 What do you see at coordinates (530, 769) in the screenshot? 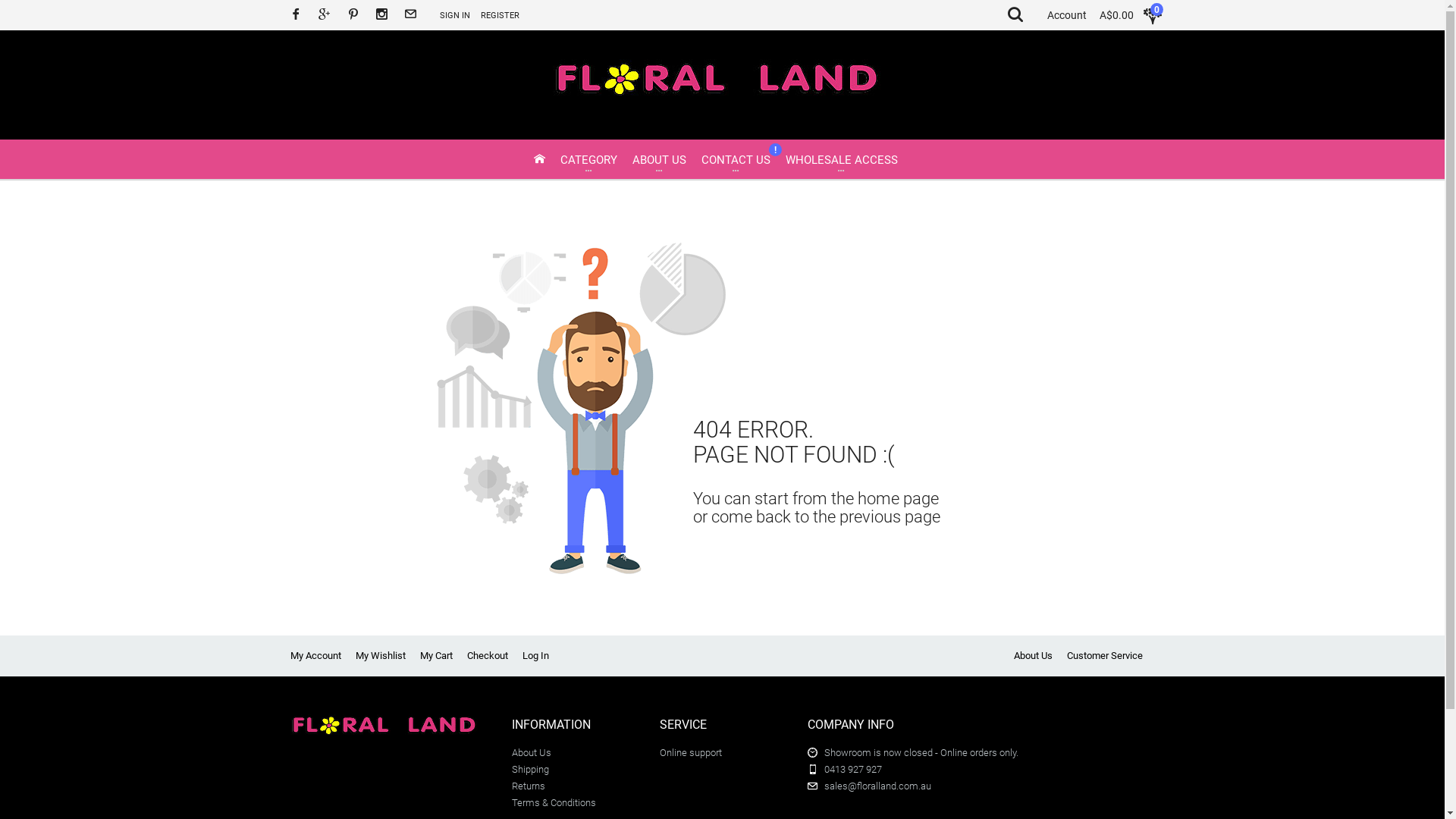
I see `'Shipping'` at bounding box center [530, 769].